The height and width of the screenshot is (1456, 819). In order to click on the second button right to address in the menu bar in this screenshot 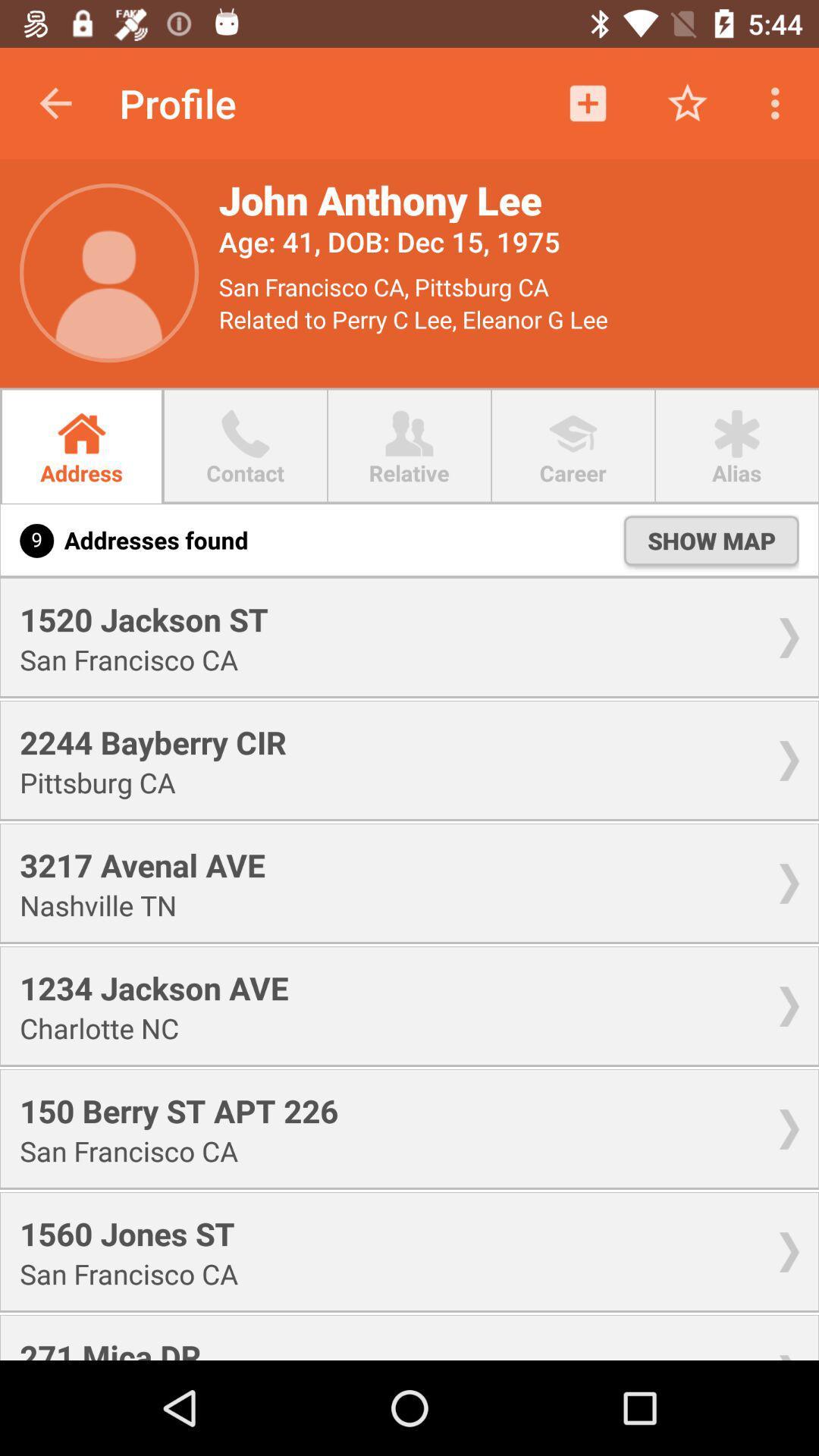, I will do `click(245, 445)`.